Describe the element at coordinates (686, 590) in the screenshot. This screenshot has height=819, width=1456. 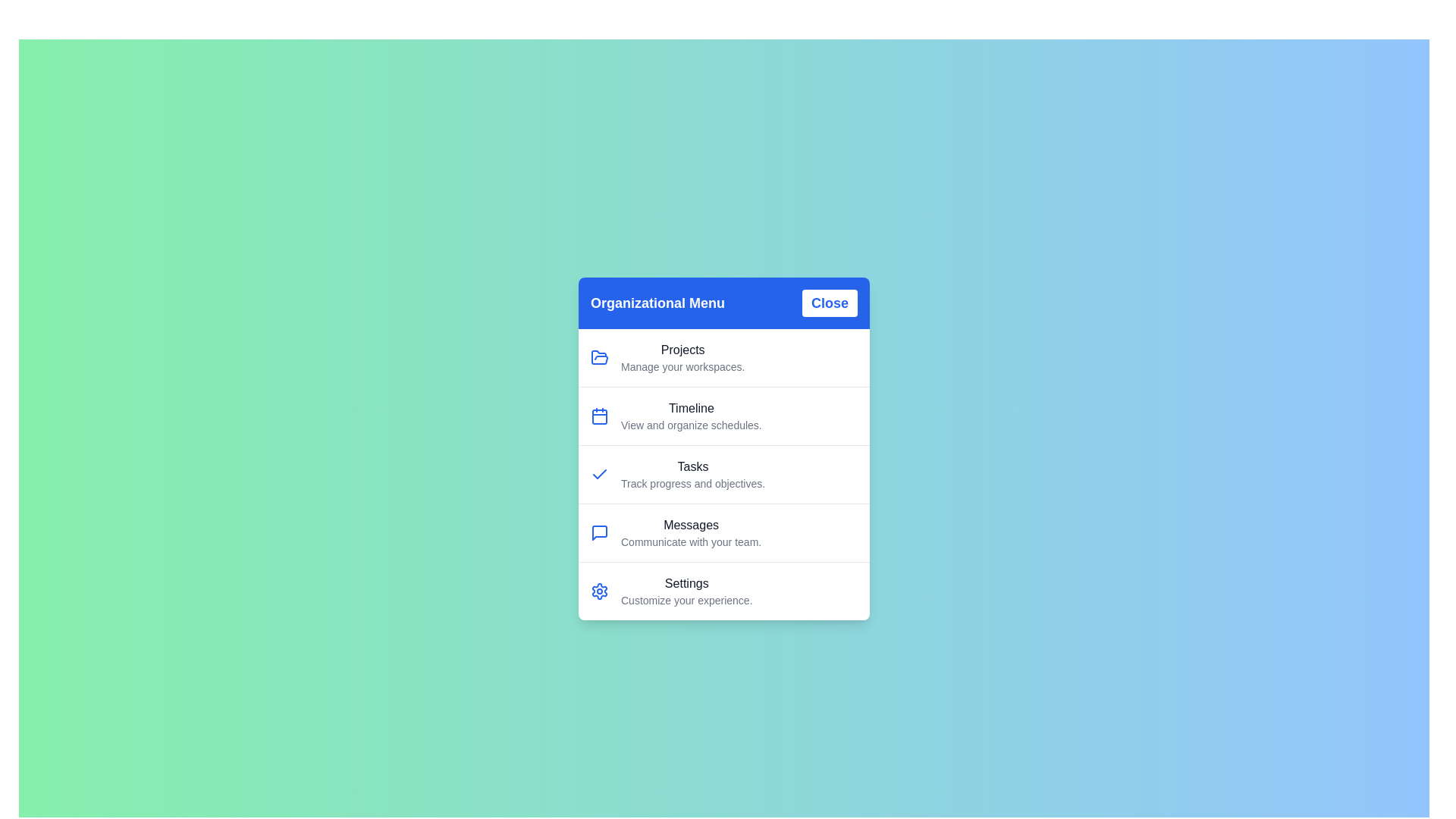
I see `the menu item labeled 'Settings' to view its details` at that location.